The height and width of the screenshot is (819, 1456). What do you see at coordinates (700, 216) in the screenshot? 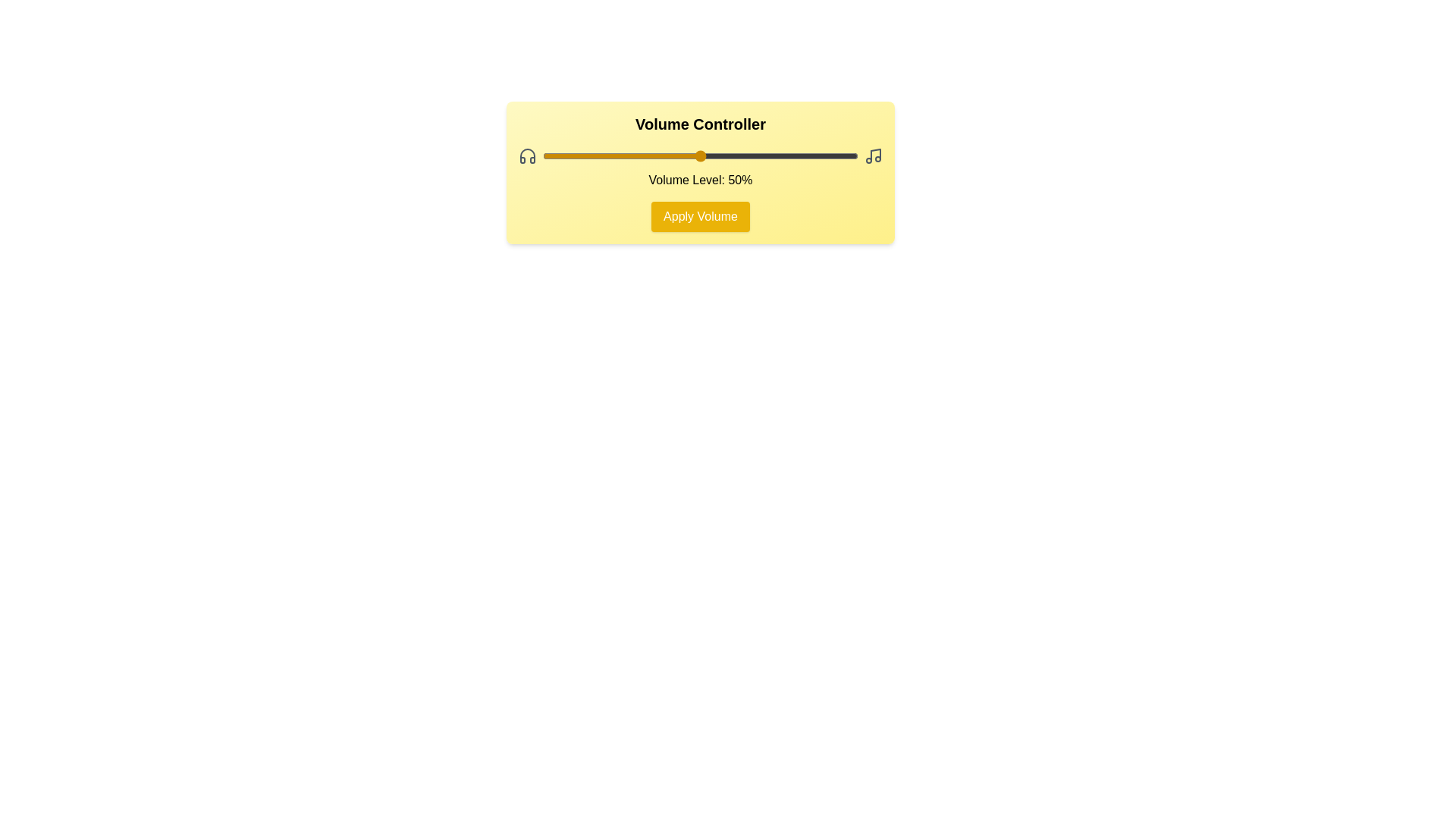
I see `'Apply Volume' button` at bounding box center [700, 216].